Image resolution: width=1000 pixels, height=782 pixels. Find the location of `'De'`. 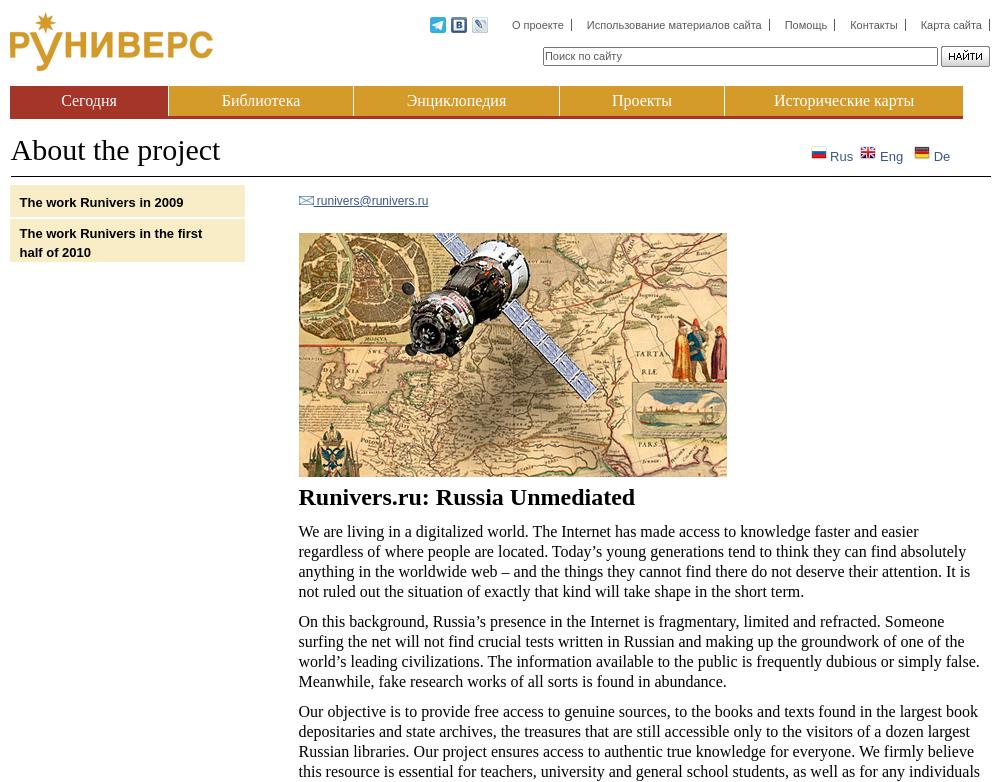

'De' is located at coordinates (939, 156).